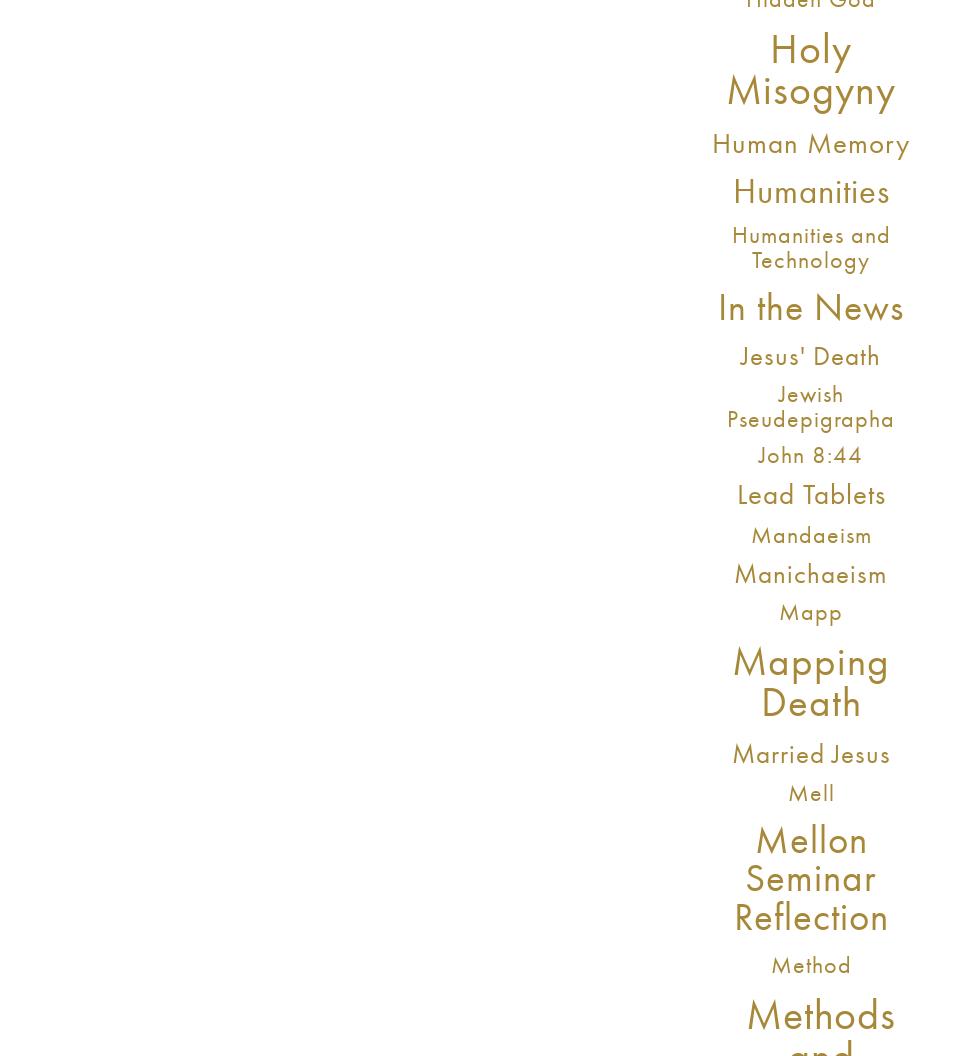  What do you see at coordinates (809, 405) in the screenshot?
I see `'Jewish Pseudepigrapha'` at bounding box center [809, 405].